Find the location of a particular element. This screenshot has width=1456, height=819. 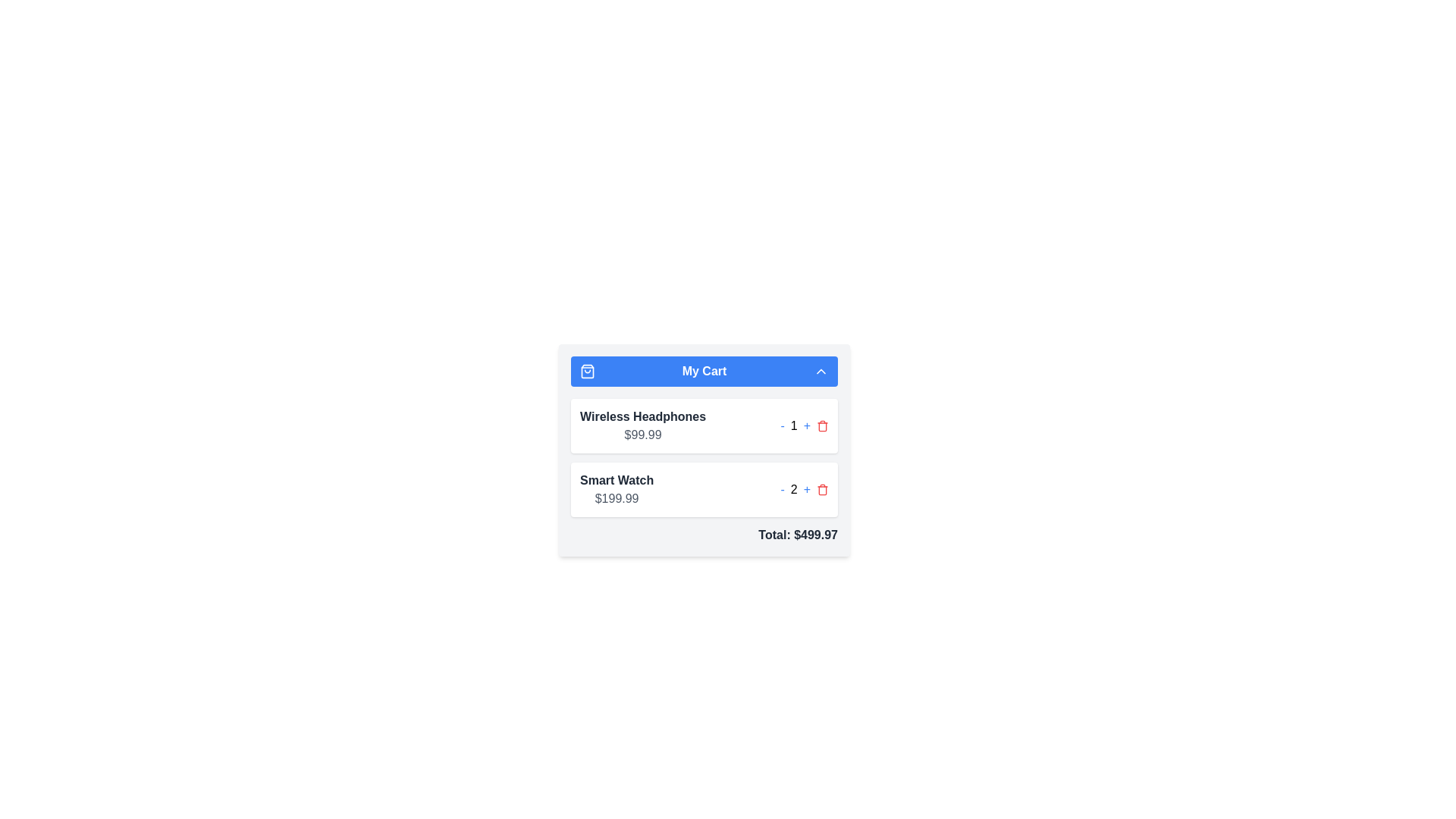

the trapezoidal structure within the shopping bag icon, located to the left of the 'My Cart' header in the blue section of the shopping cart interface is located at coordinates (586, 371).